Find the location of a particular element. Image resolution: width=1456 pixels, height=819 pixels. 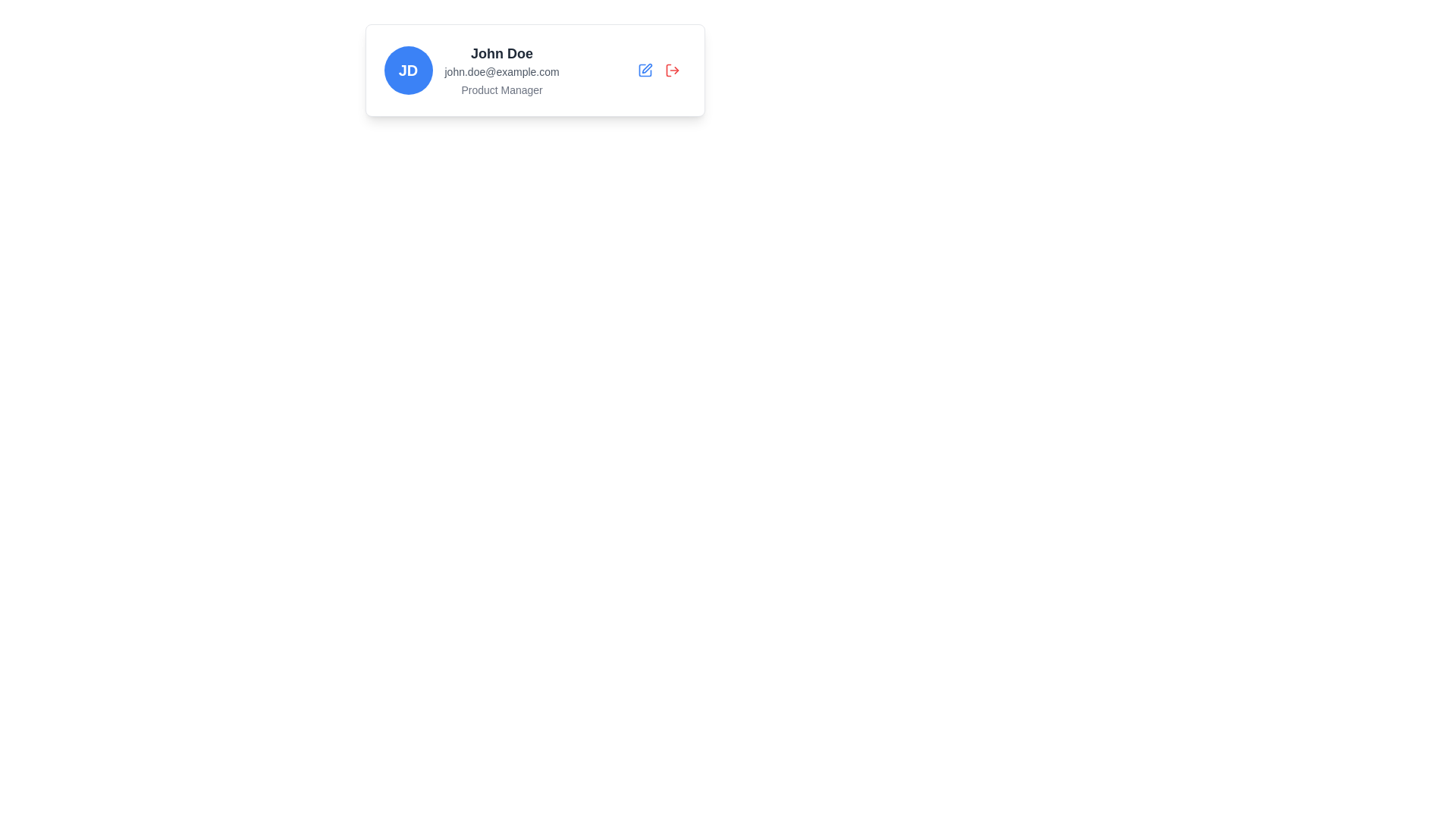

the circular blue badge with 'JD' in white bold uppercase letters is located at coordinates (408, 70).